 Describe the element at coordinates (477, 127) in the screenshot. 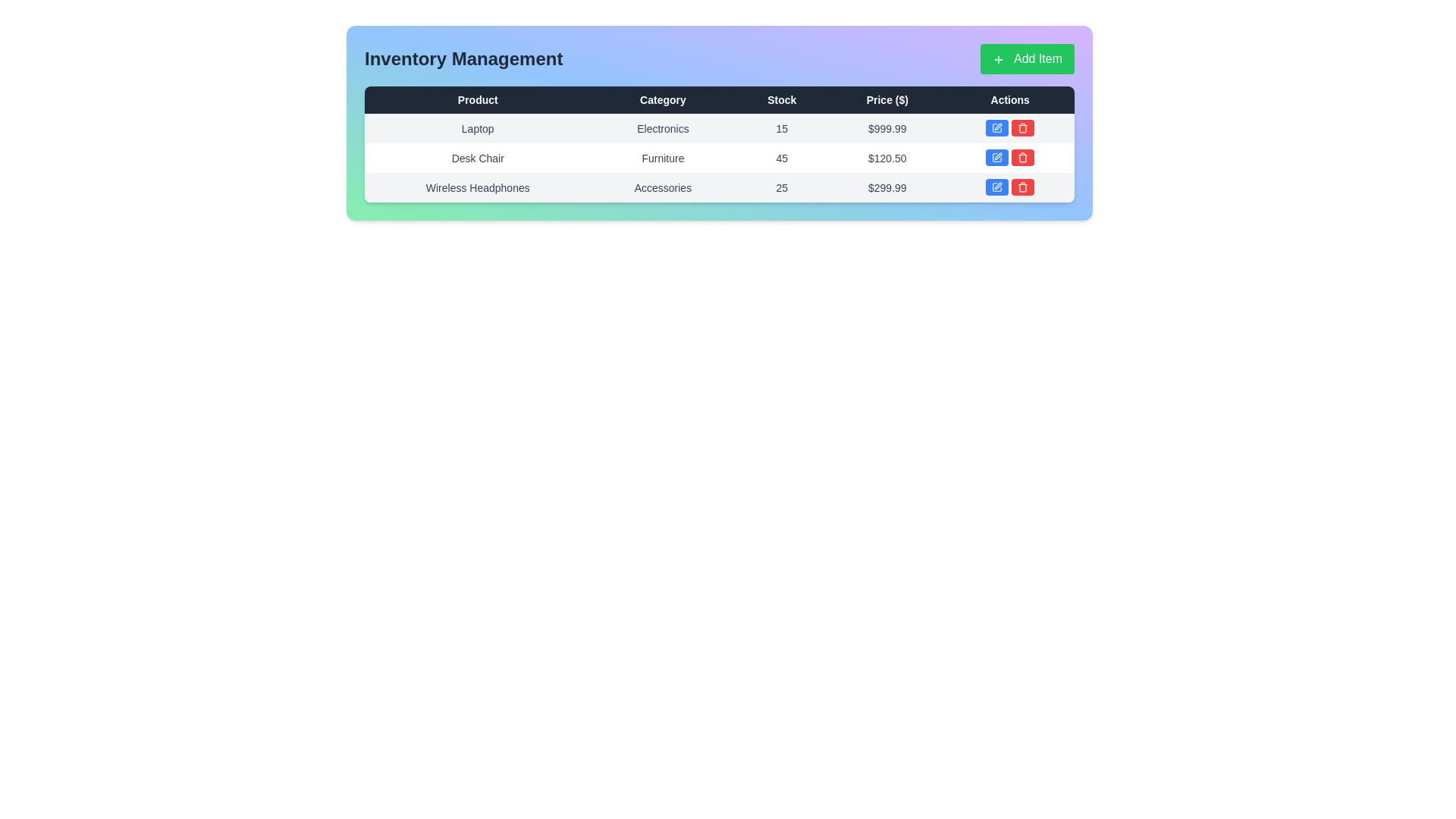

I see `the 'Laptop' text label in the 'Product' column of the table, which is styled with centered alignment and located in the second row` at that location.